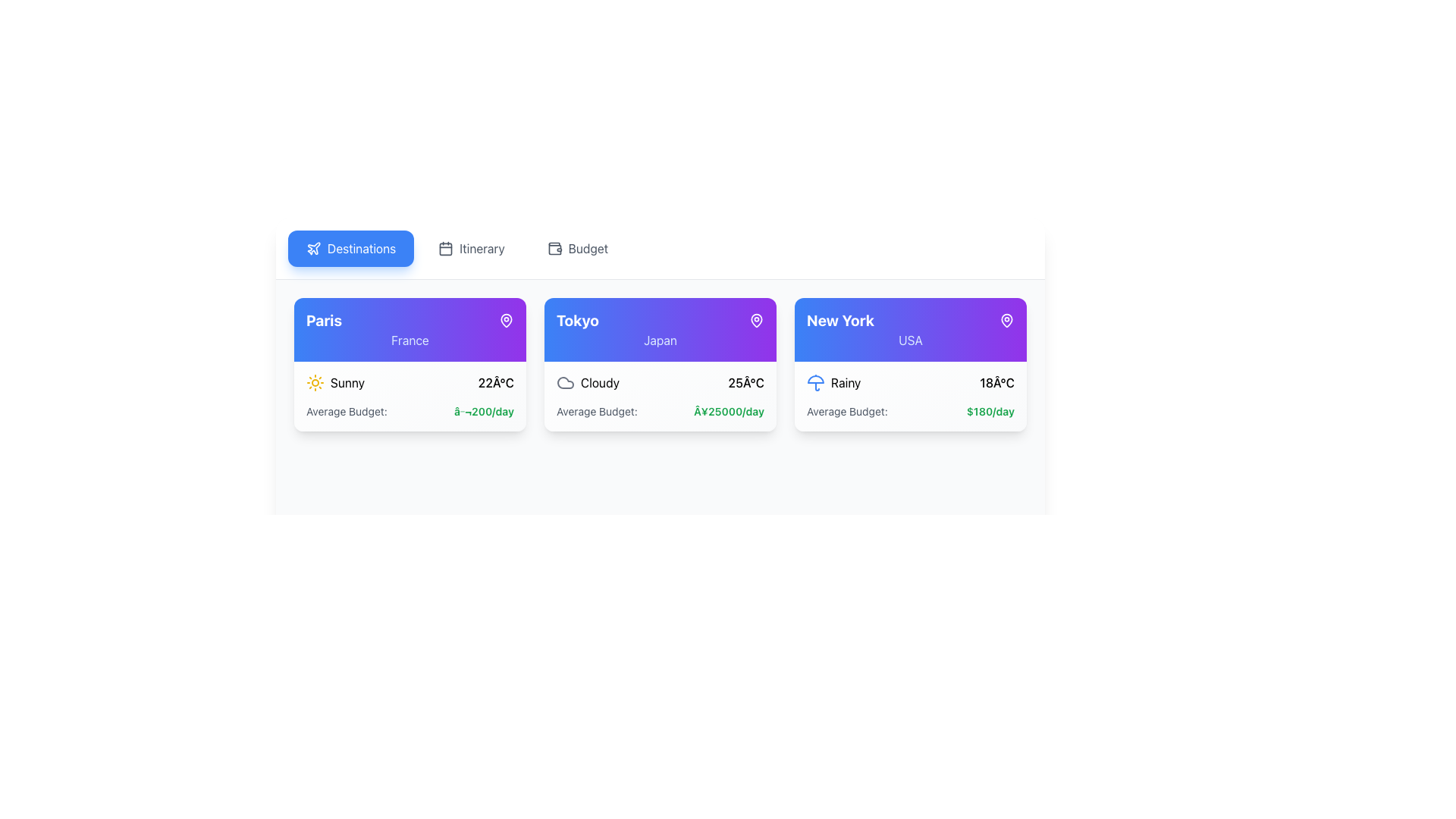 The height and width of the screenshot is (819, 1456). Describe the element at coordinates (757, 320) in the screenshot. I see `the map pin icon located at the top-right corner of the purple card labeled 'Tokyo', which has a white outline and is beside the text 'Japan'` at that location.